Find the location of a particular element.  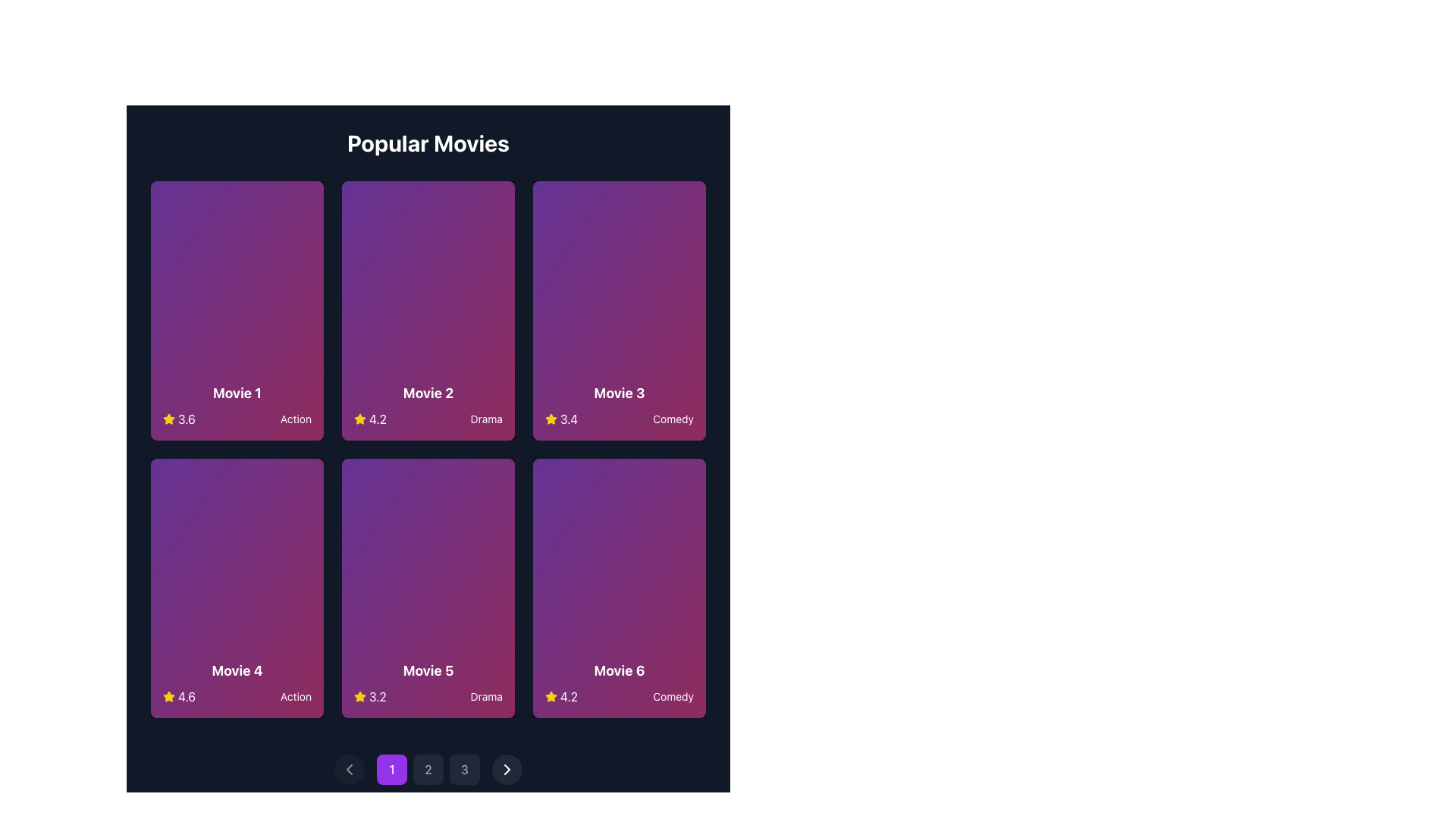

the 'Comedy' label in small white font located at the bottom-right corner of the 'Movie 6' card is located at coordinates (673, 696).